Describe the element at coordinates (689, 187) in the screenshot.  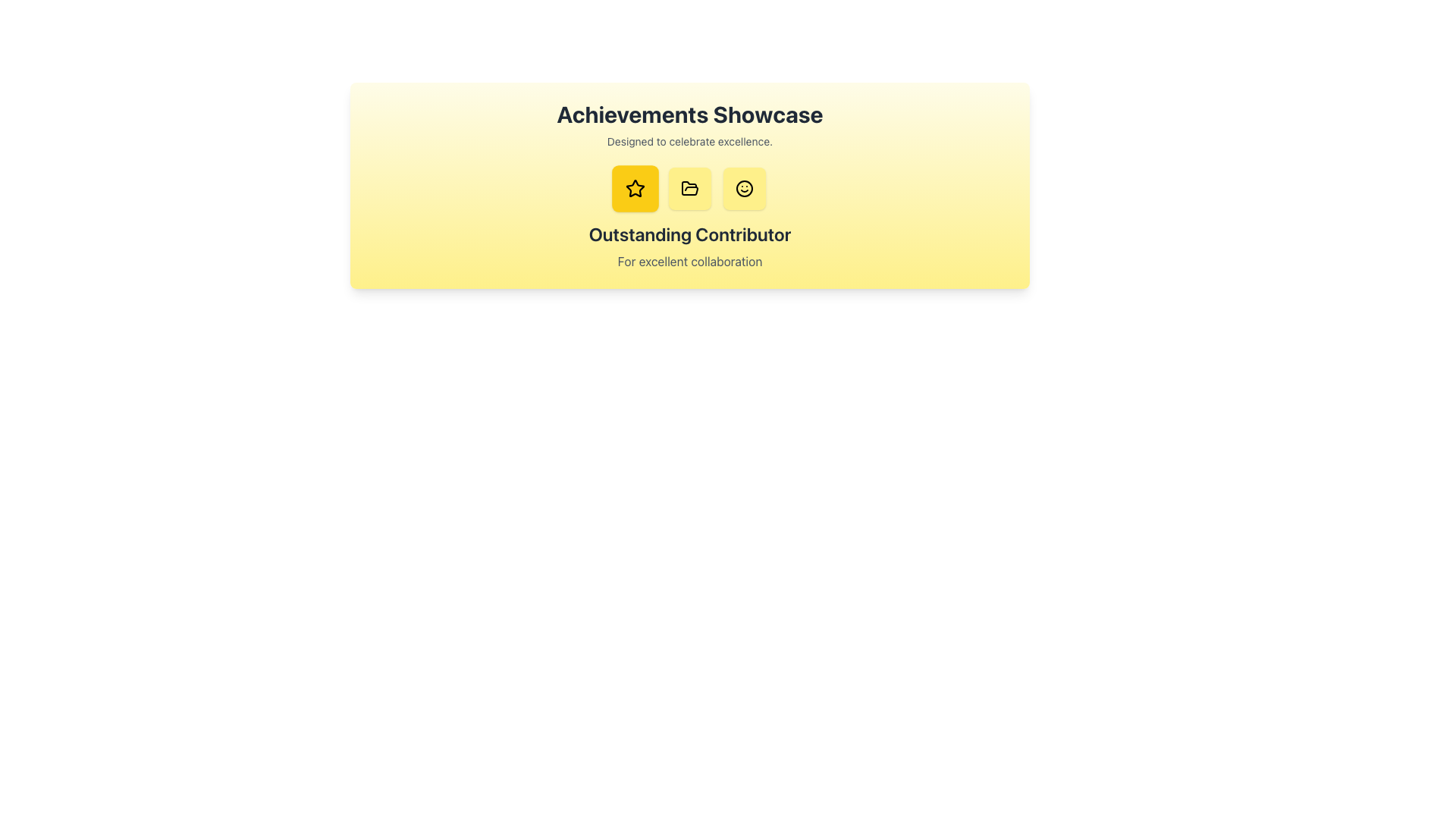
I see `the folder icon located in the middle row of icons, positioned second between a star icon and a smiley face icon` at that location.